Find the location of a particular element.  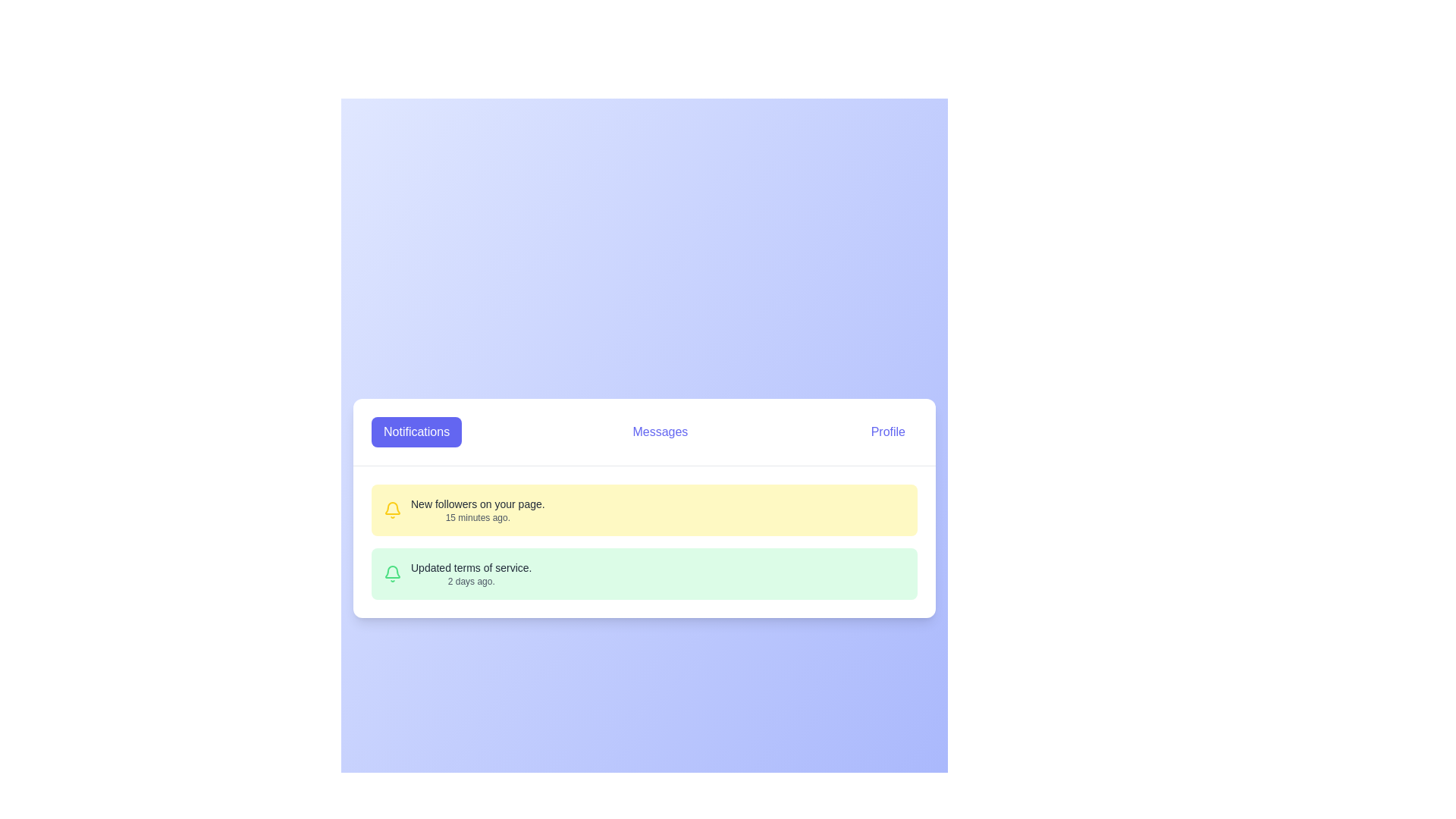

the text label indicating the time of the related notification, located in the bottom-right part of the notification card with a green background, below the text 'Updated terms of service.' is located at coordinates (470, 580).